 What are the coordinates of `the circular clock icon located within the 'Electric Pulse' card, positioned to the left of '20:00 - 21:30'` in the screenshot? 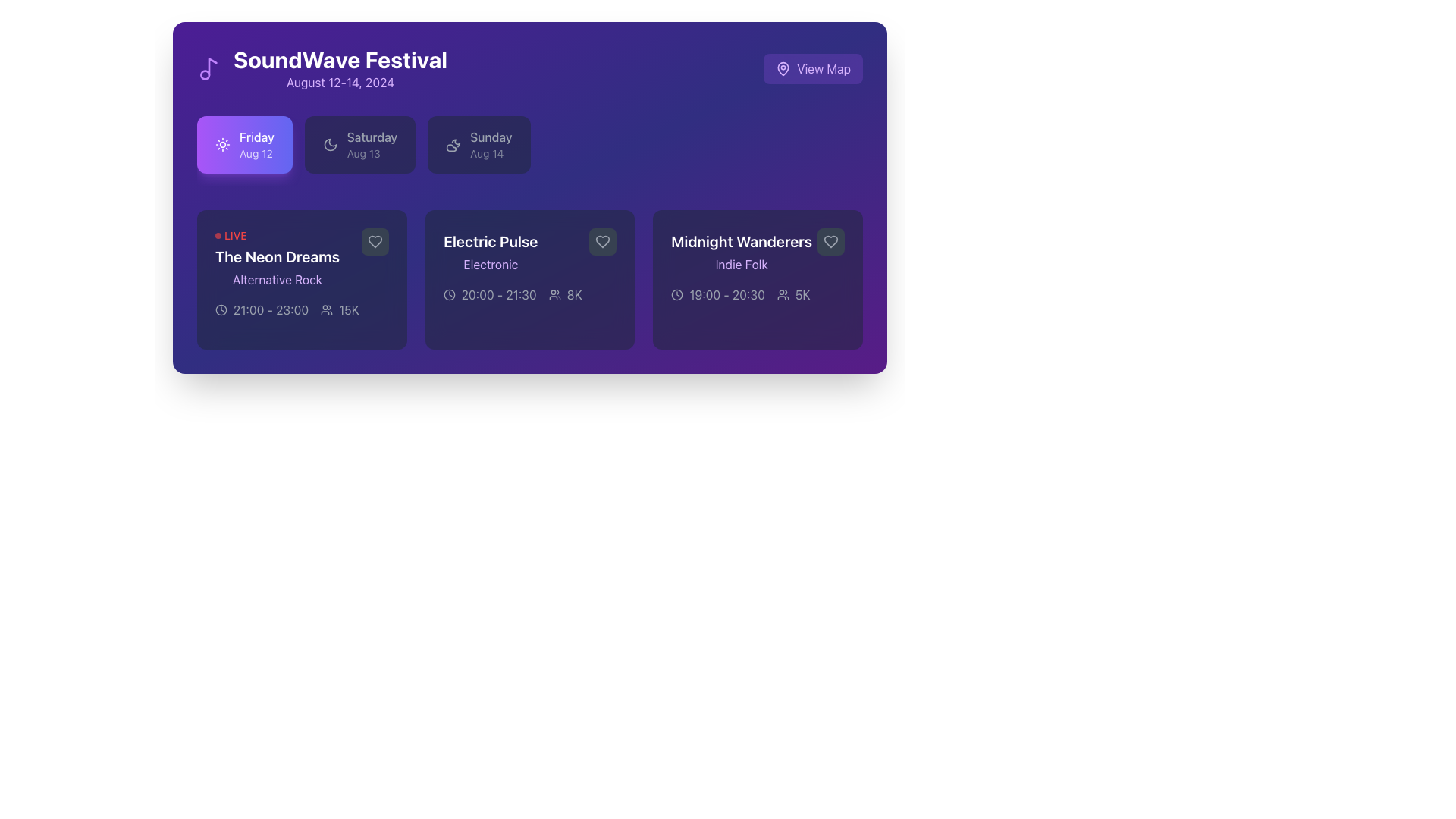 It's located at (448, 295).